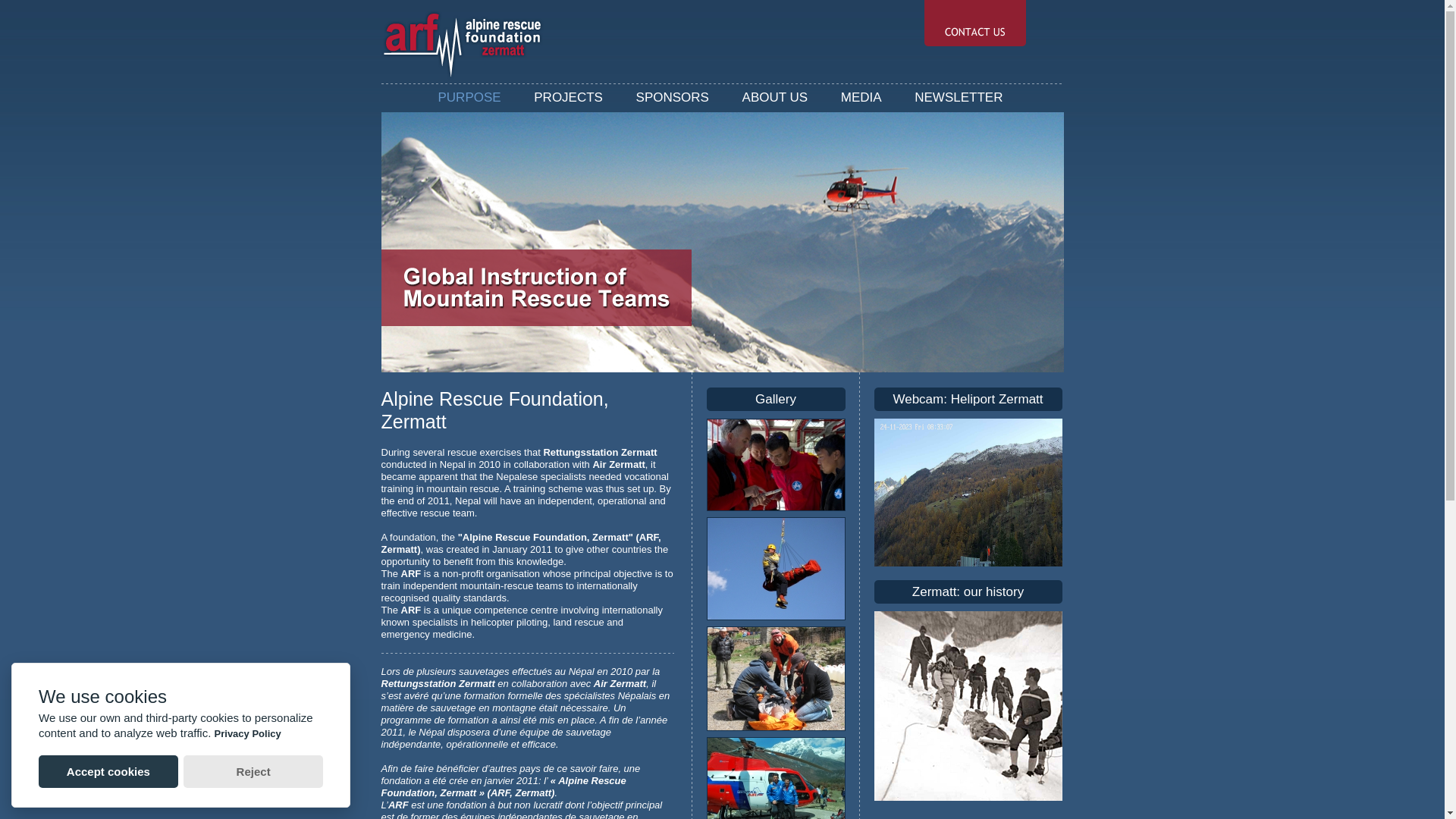 This screenshot has width=1456, height=819. What do you see at coordinates (437, 97) in the screenshot?
I see `'PURPOSE'` at bounding box center [437, 97].